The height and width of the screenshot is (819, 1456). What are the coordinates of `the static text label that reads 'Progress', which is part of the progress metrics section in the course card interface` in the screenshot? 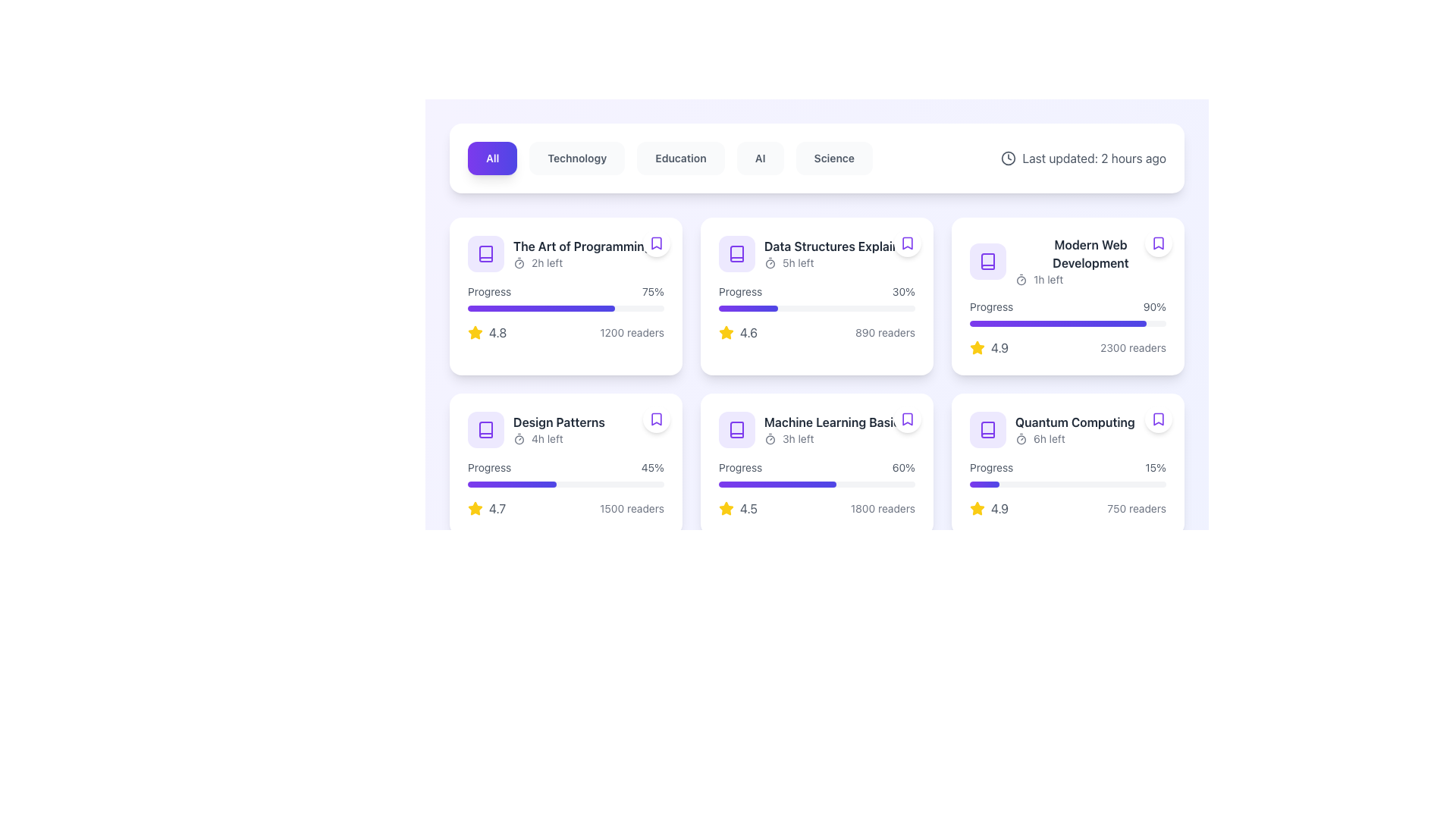 It's located at (740, 467).